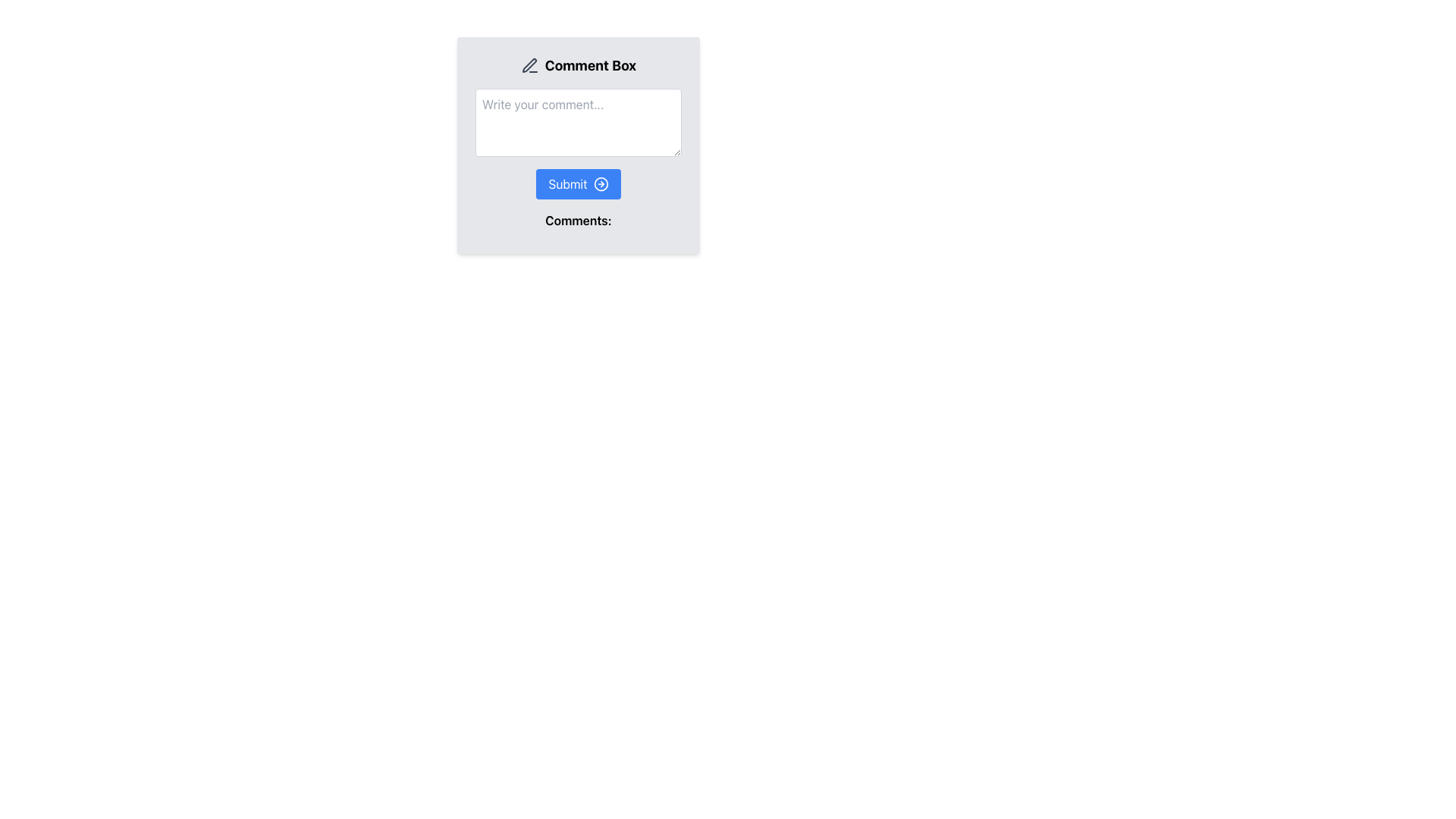  What do you see at coordinates (578, 184) in the screenshot?
I see `the 'Submit' button with rounded edges that has a blue background and white text` at bounding box center [578, 184].